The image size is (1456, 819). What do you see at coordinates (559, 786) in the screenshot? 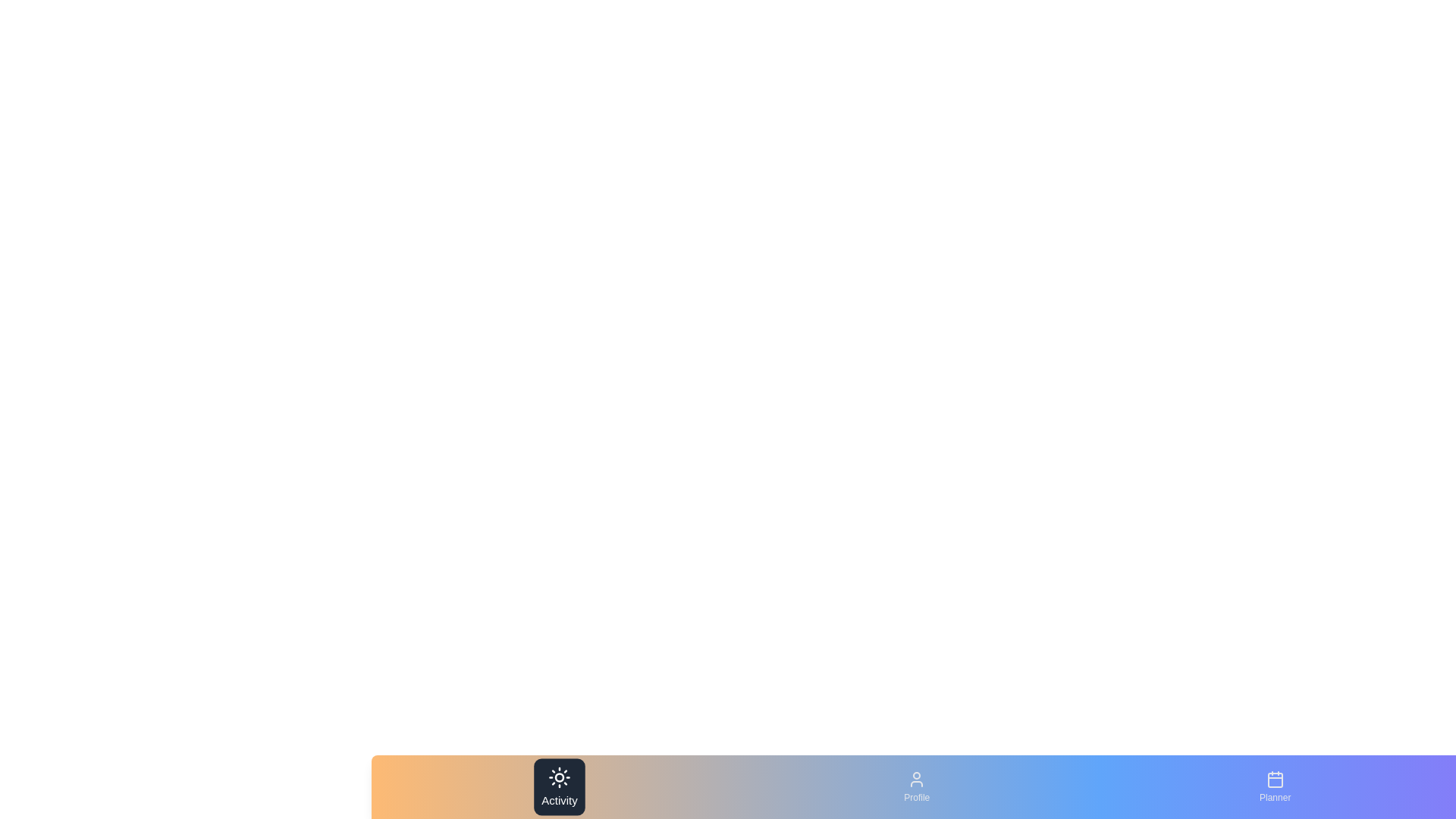
I see `the tab labeled Activity` at bounding box center [559, 786].